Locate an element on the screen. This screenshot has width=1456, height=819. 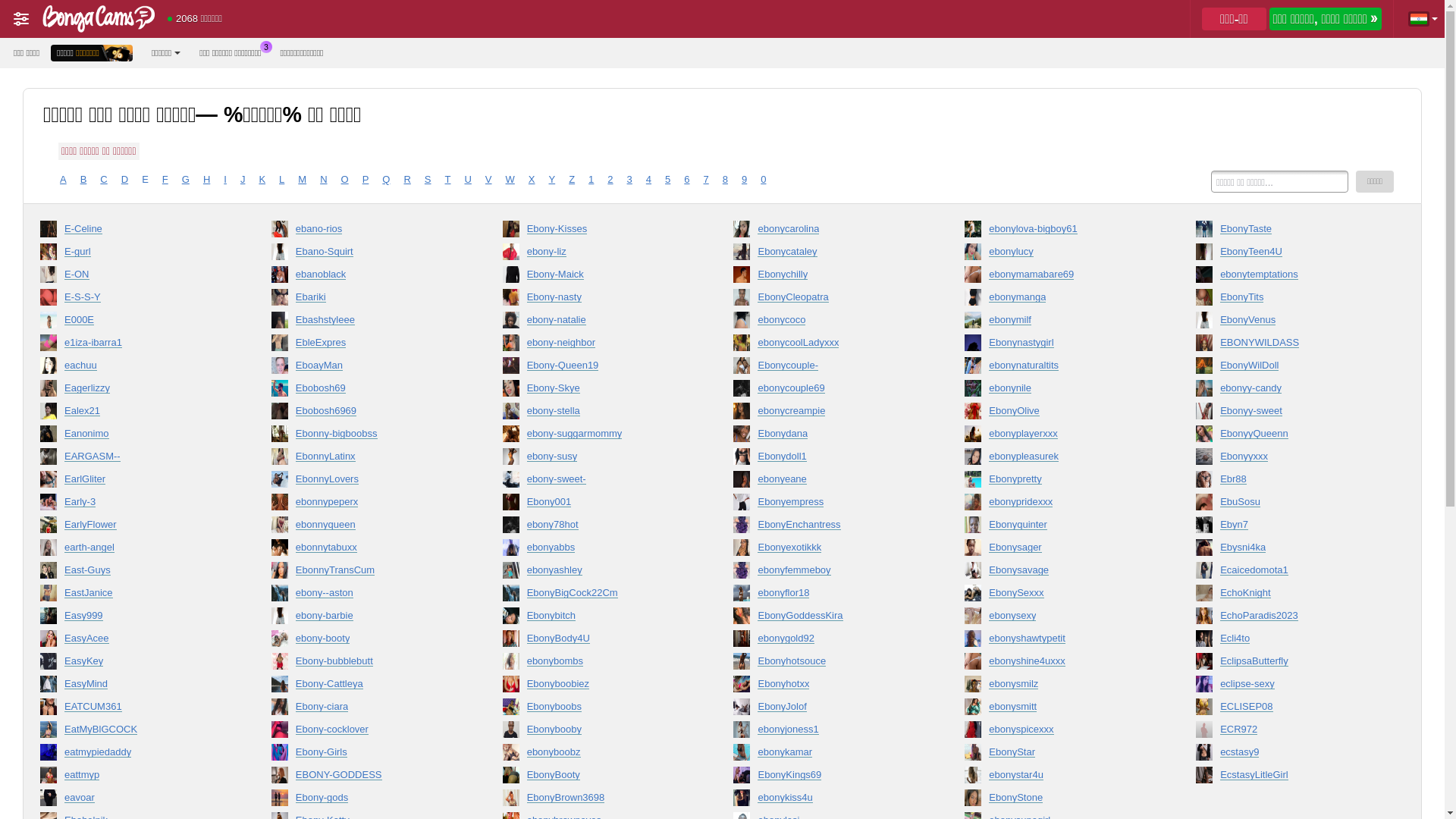
'B' is located at coordinates (79, 178).